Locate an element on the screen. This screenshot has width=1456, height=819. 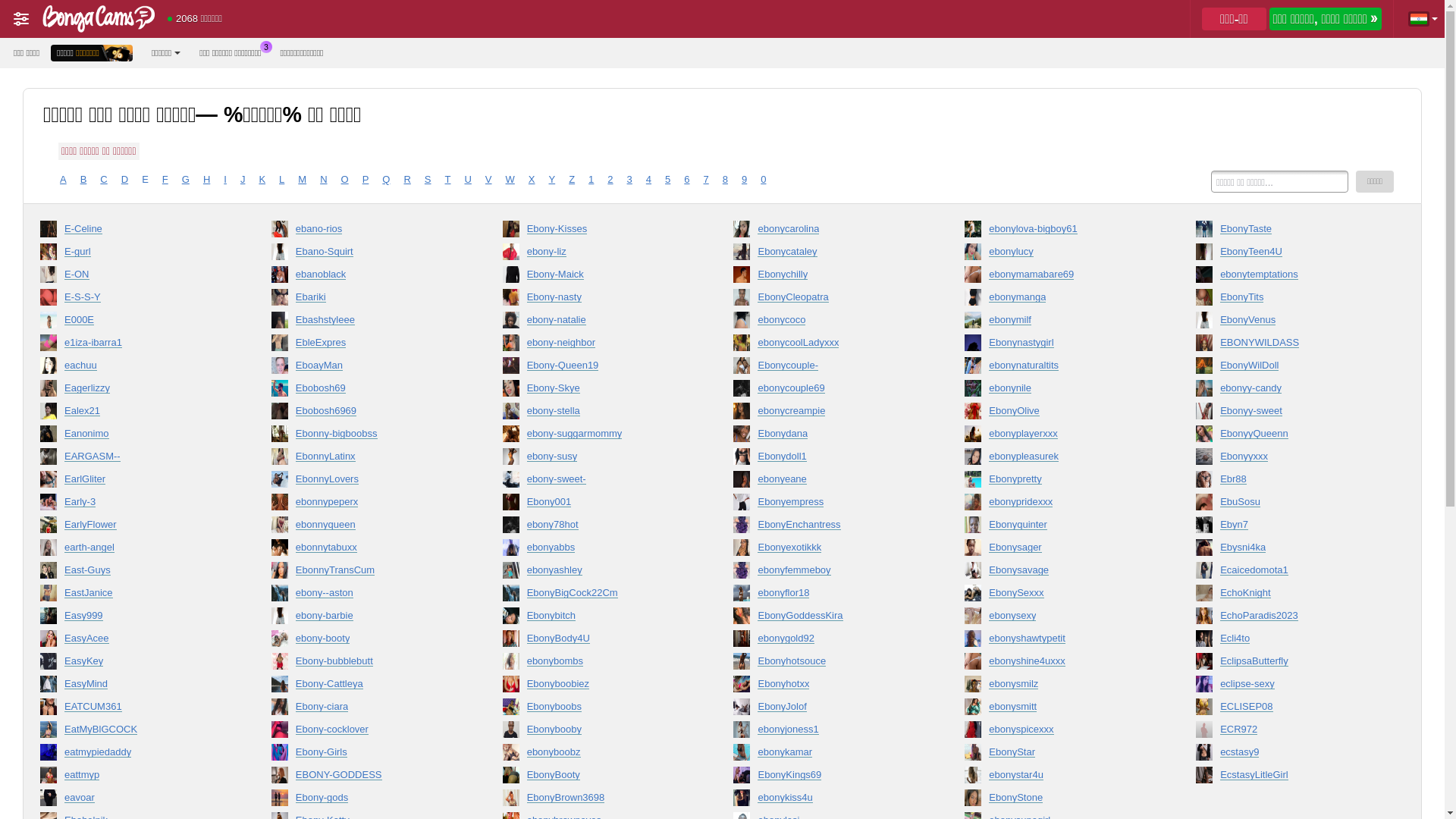
'B' is located at coordinates (79, 178).